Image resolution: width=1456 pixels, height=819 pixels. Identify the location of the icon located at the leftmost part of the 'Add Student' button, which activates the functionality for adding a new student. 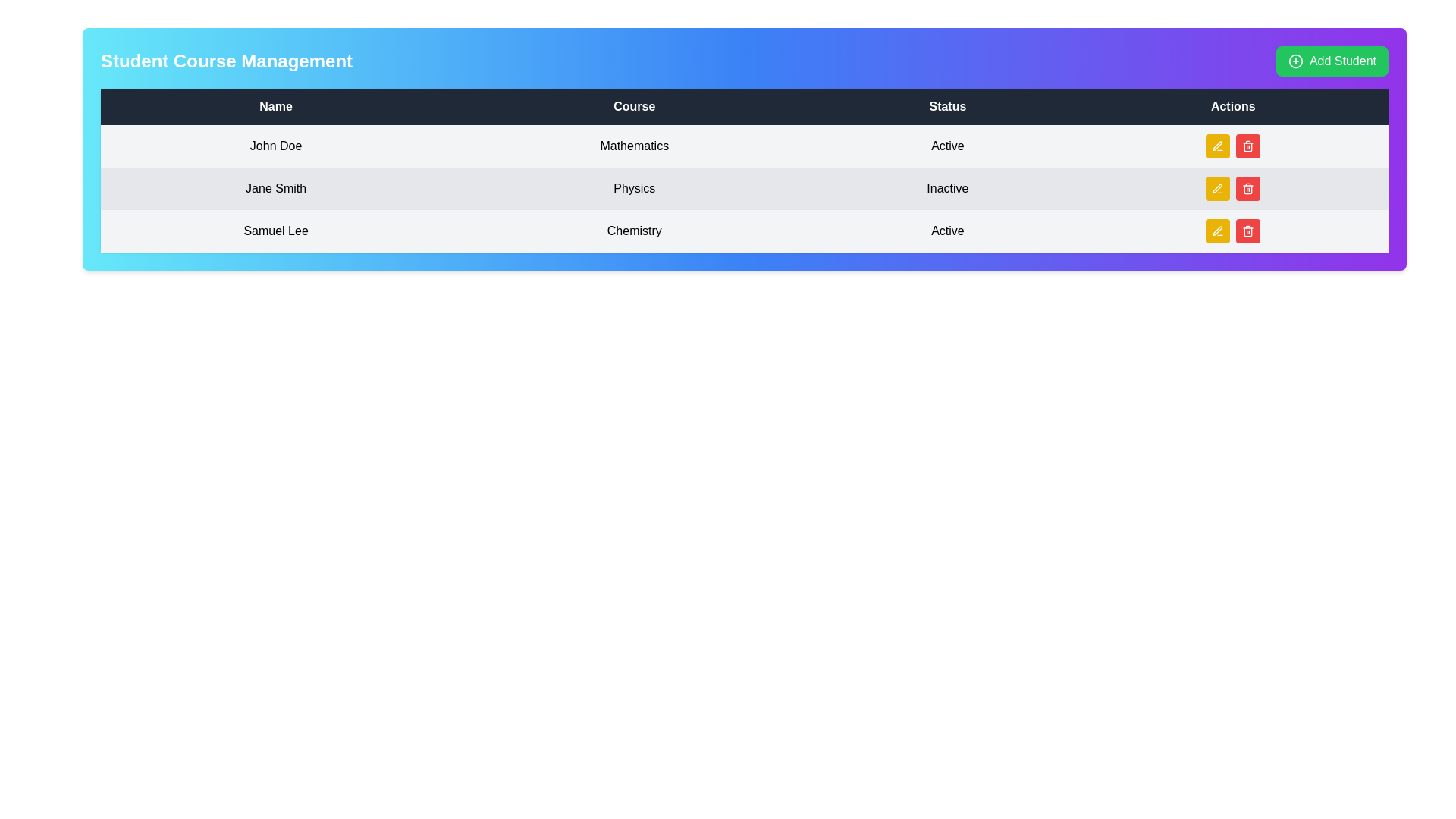
(1294, 61).